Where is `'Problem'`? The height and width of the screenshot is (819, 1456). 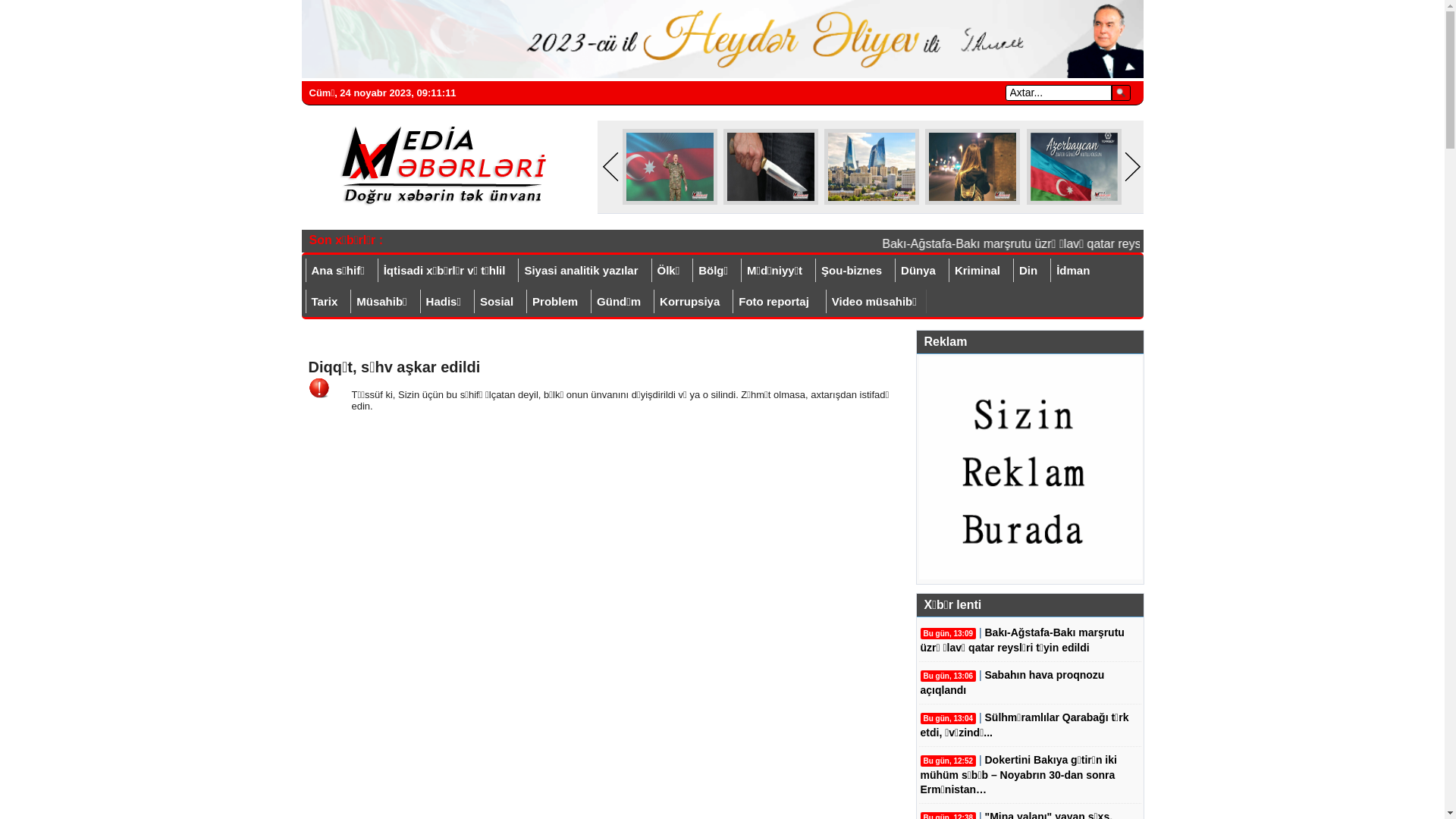
'Problem' is located at coordinates (554, 301).